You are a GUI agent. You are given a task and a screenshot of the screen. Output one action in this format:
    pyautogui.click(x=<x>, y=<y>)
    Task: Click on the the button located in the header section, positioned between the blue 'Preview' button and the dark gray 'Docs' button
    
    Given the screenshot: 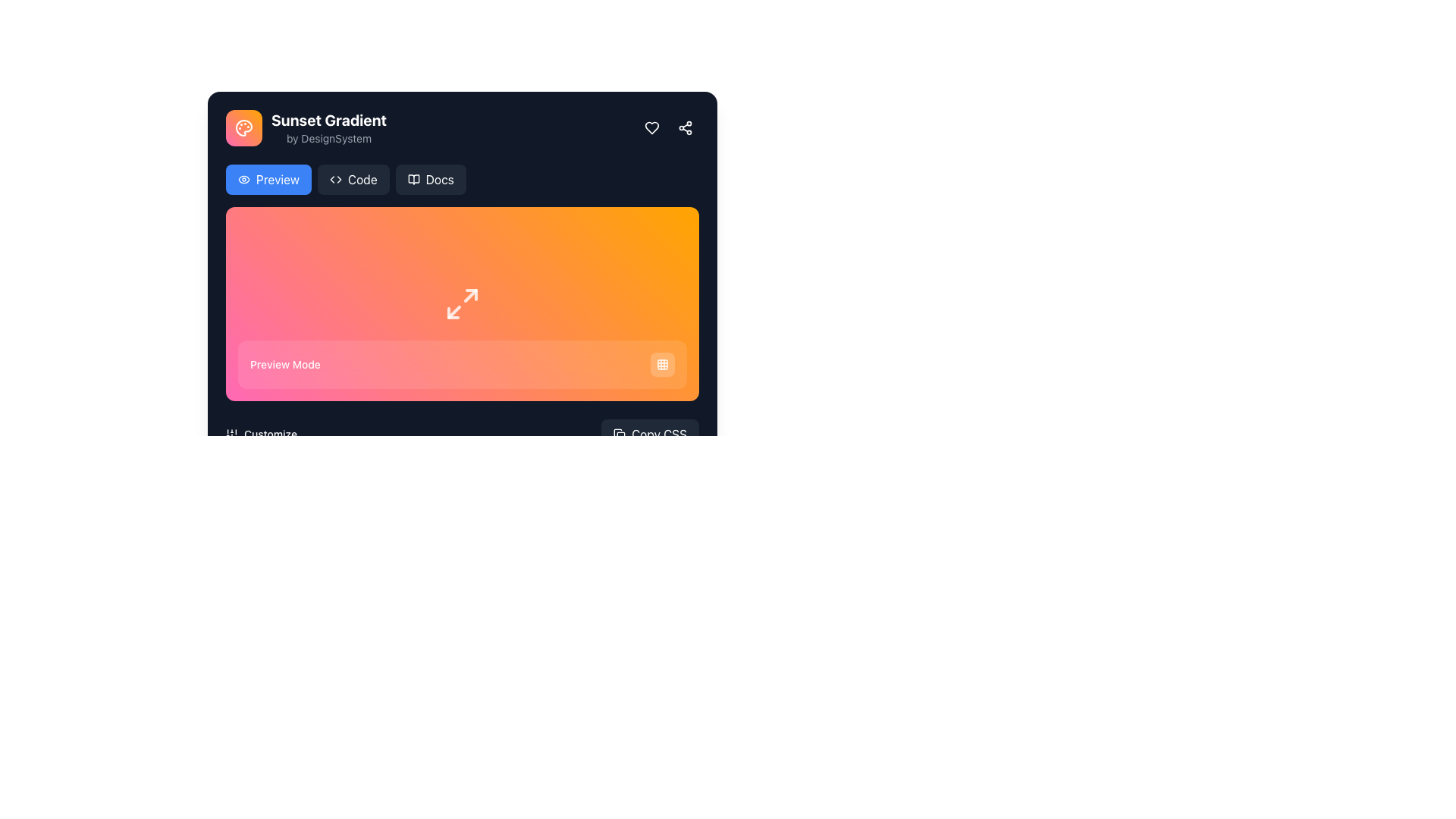 What is the action you would take?
    pyautogui.click(x=353, y=178)
    